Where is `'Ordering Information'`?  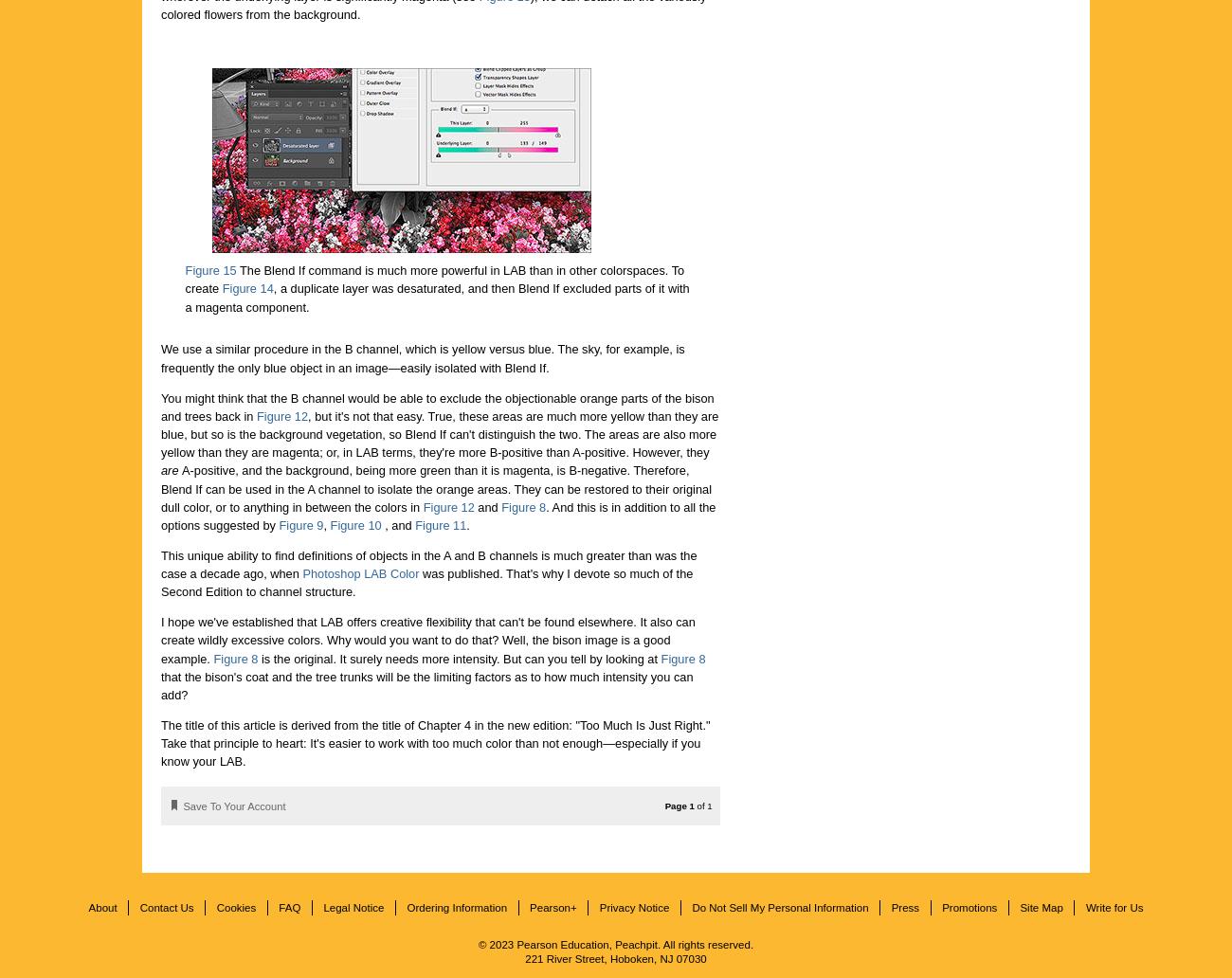
'Ordering Information' is located at coordinates (456, 905).